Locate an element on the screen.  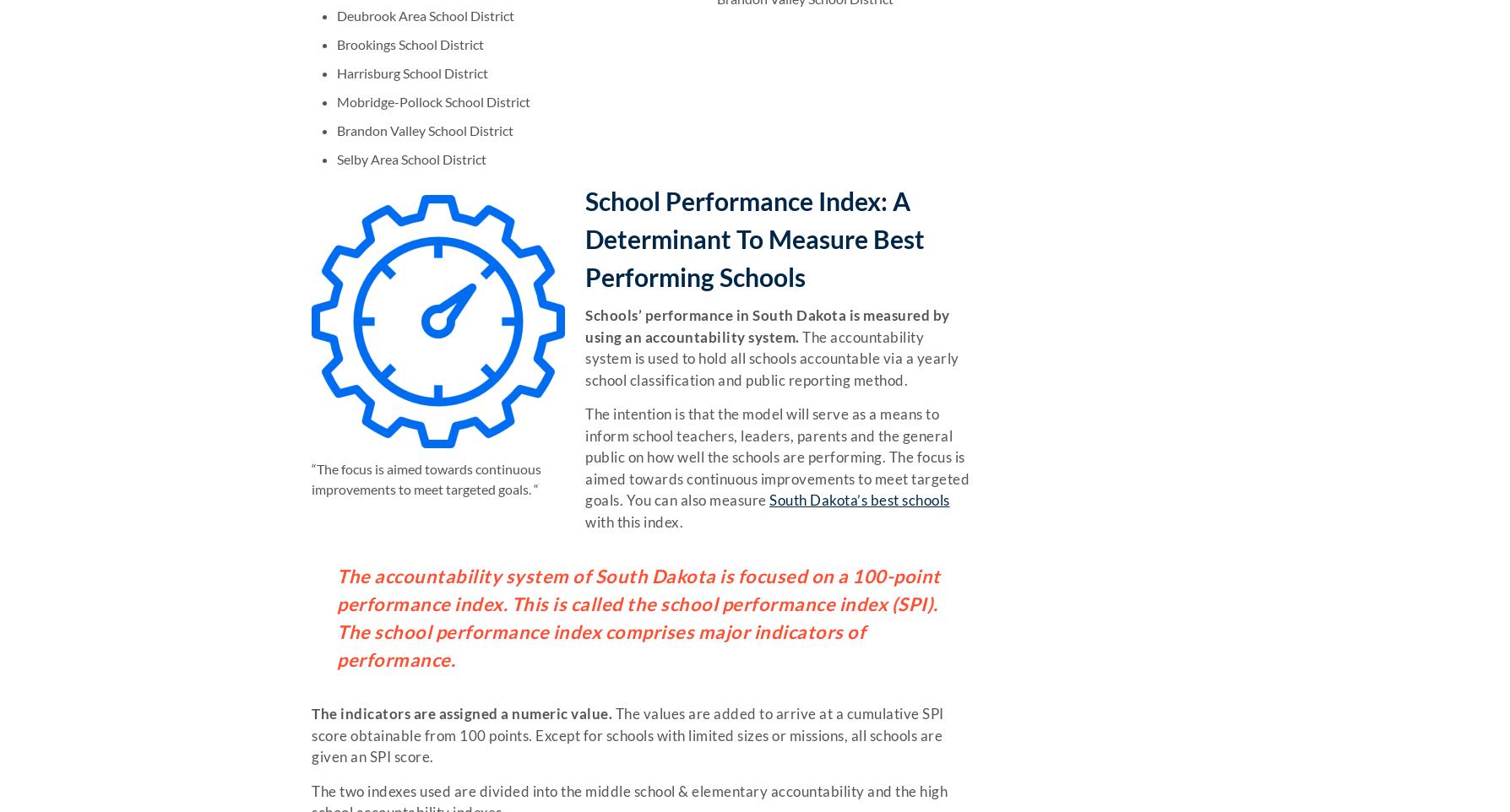
'Harrisburg School District' is located at coordinates (412, 73).